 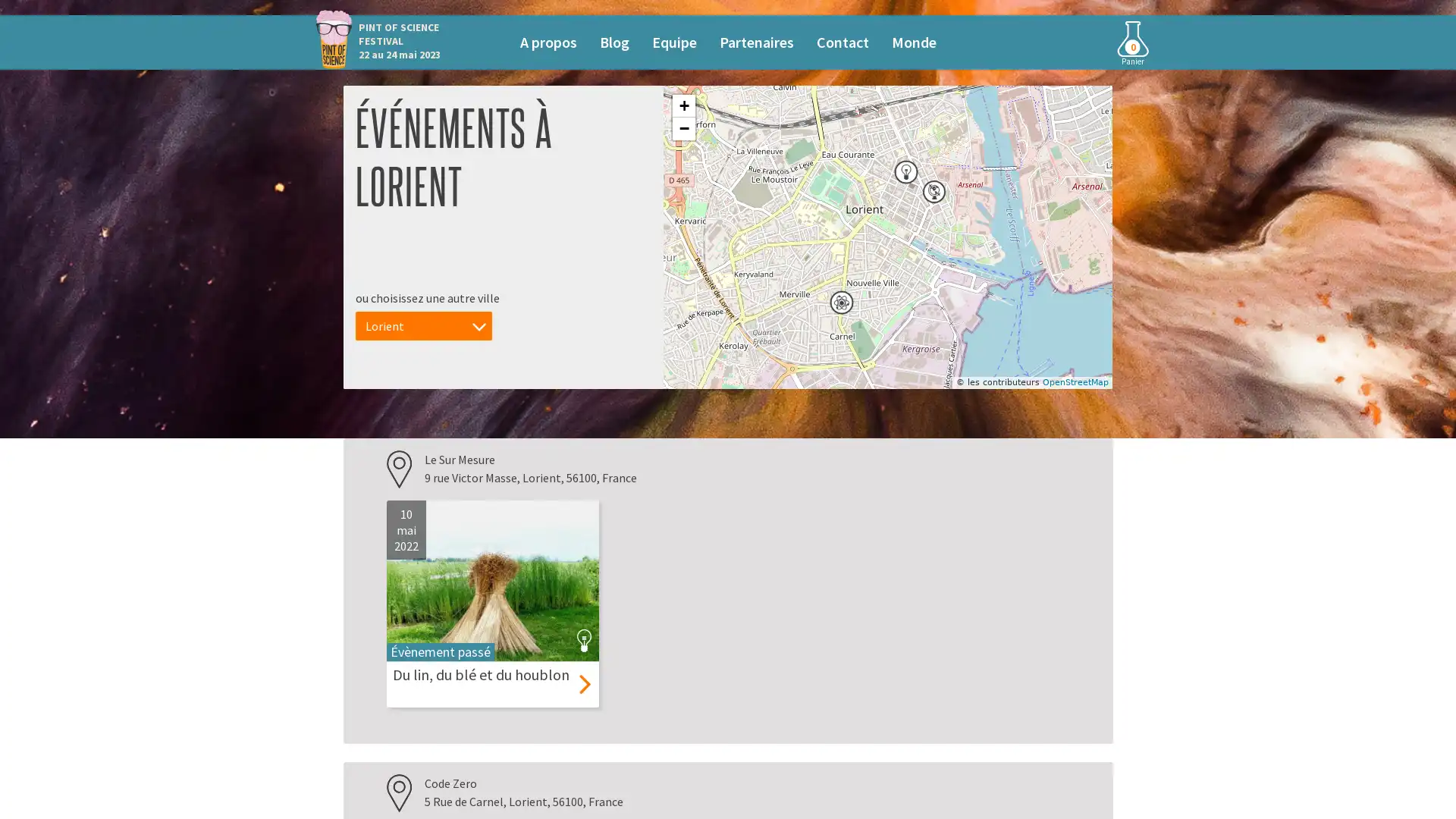 What do you see at coordinates (683, 105) in the screenshot?
I see `Zoom in` at bounding box center [683, 105].